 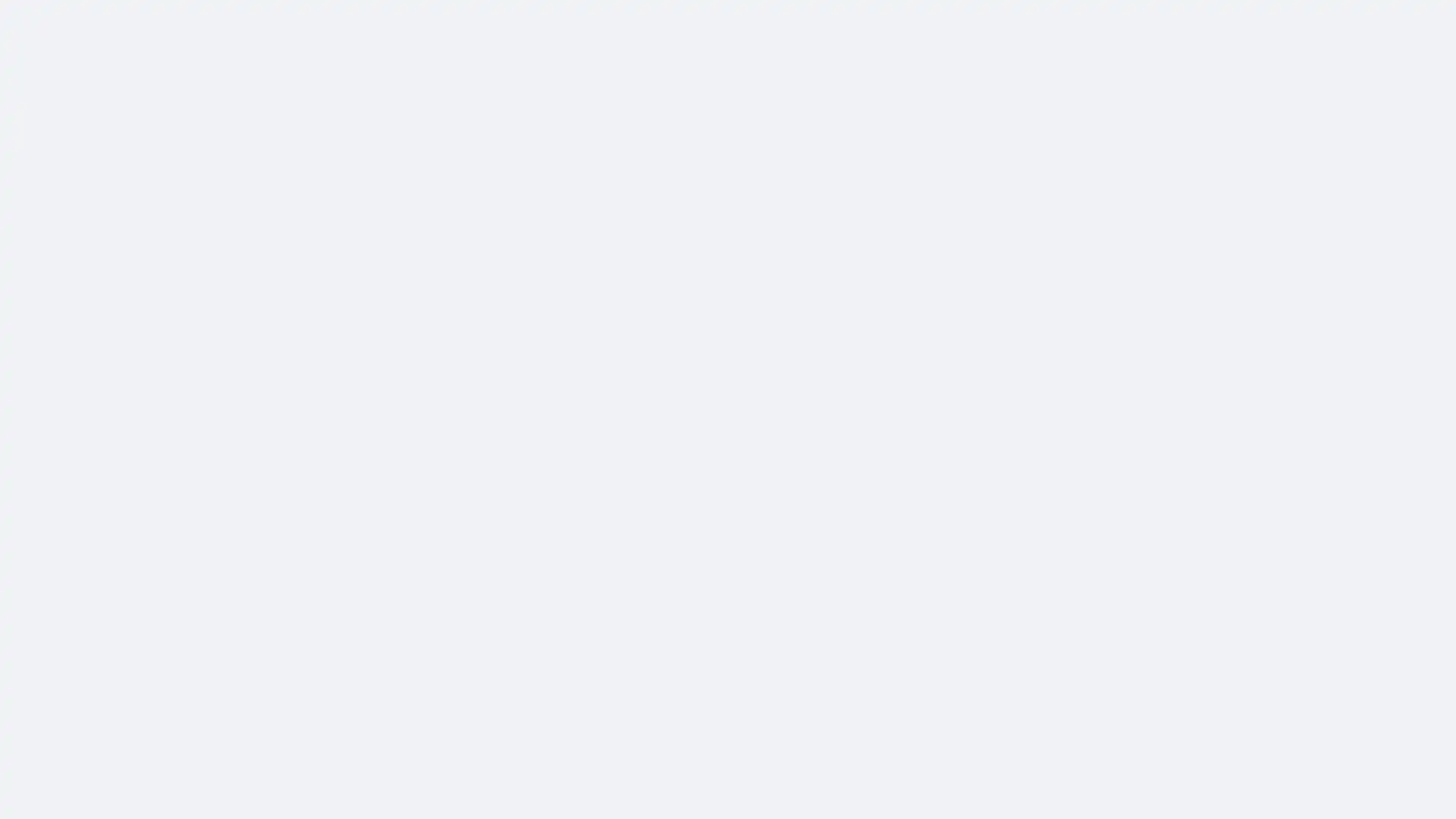 I want to click on Comment, so click(x=870, y=397).